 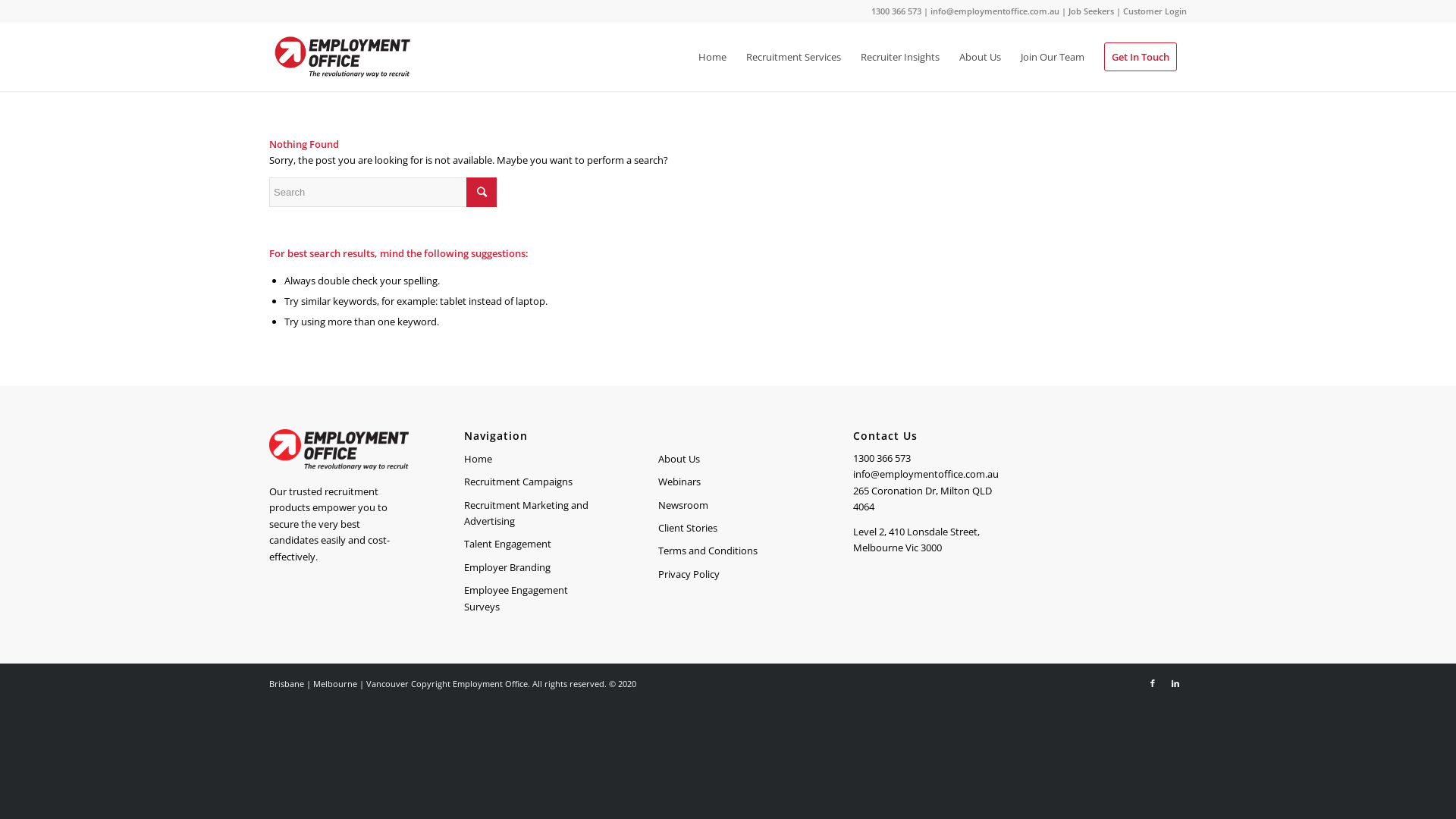 I want to click on 'Home', so click(x=463, y=458).